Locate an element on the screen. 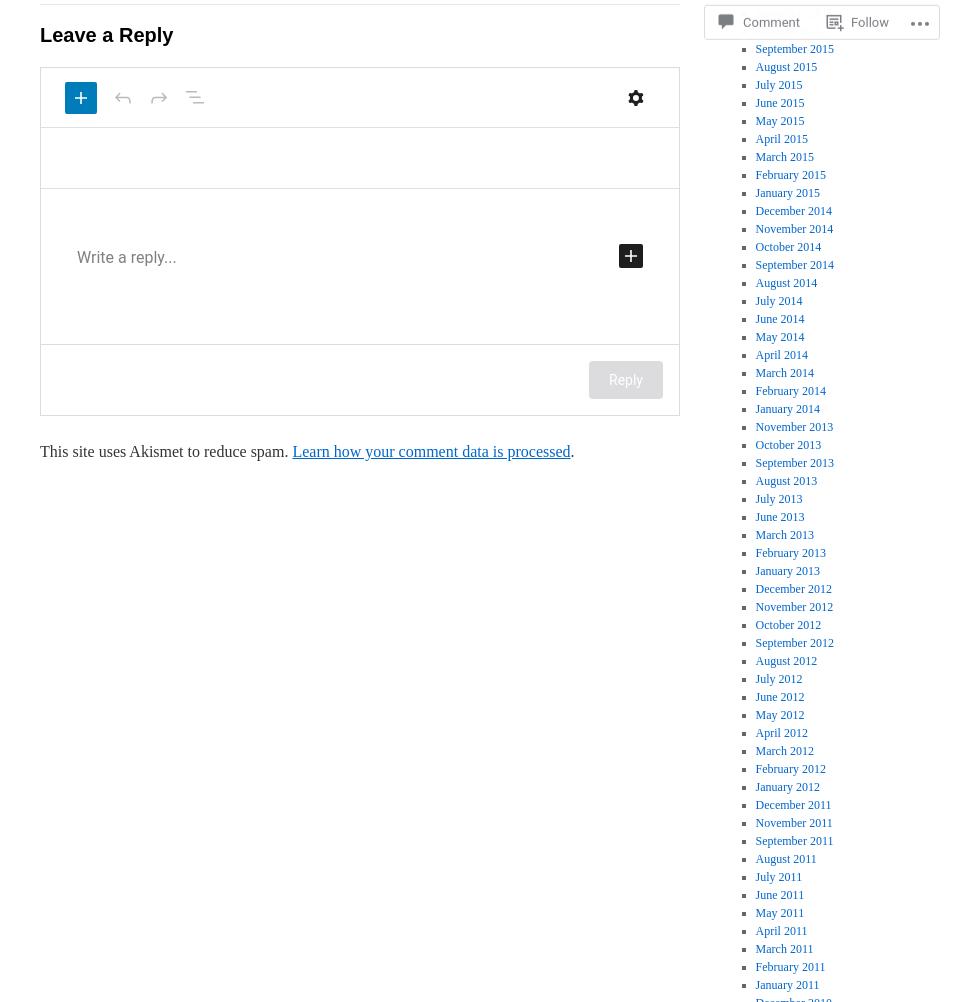  'October 2013' is located at coordinates (788, 443).